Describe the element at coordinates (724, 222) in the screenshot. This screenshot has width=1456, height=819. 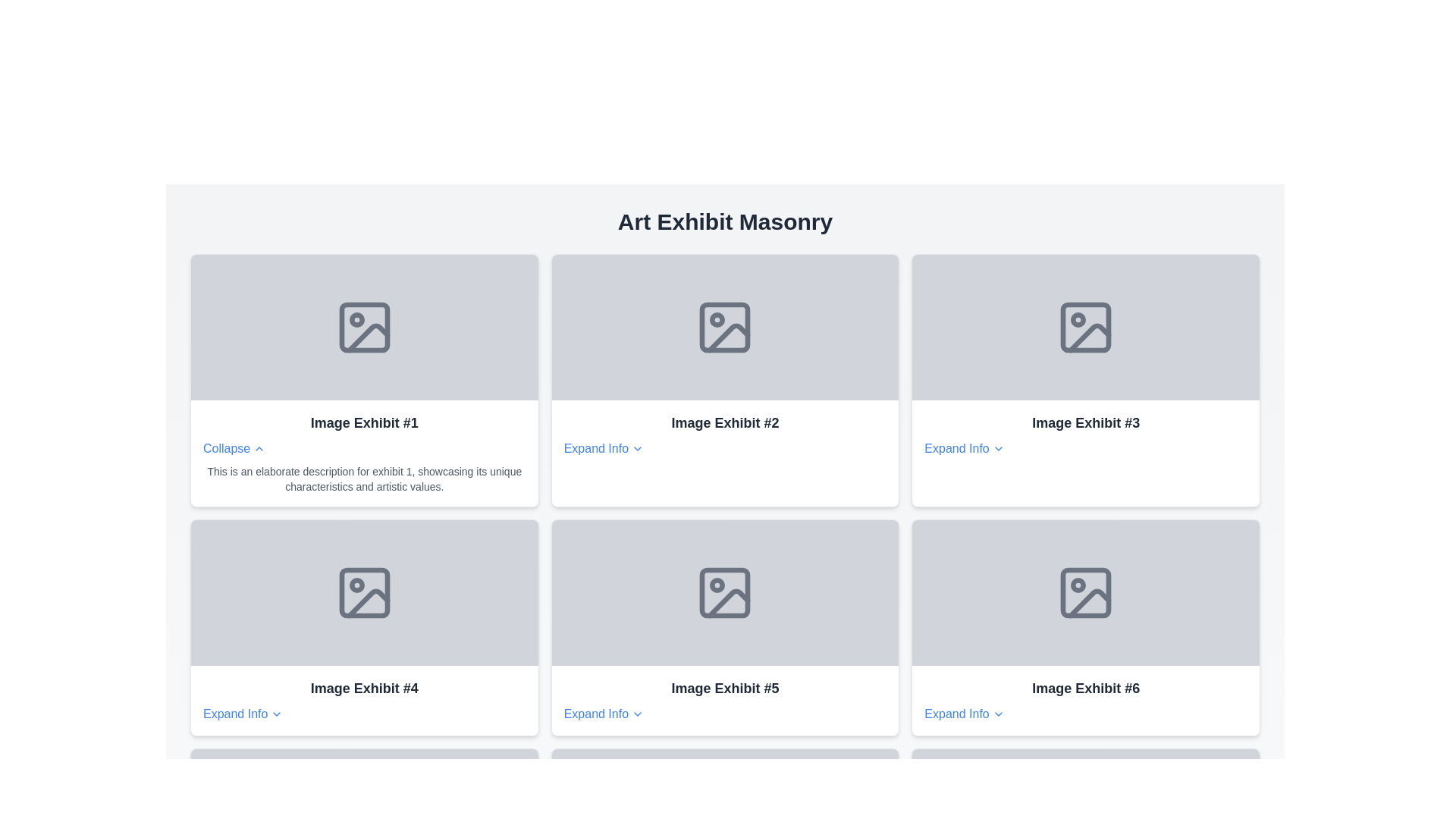
I see `the TextLabel that serves as the title of the page, summarizing the content related to art exhibit masonry, located at the top center of the page` at that location.